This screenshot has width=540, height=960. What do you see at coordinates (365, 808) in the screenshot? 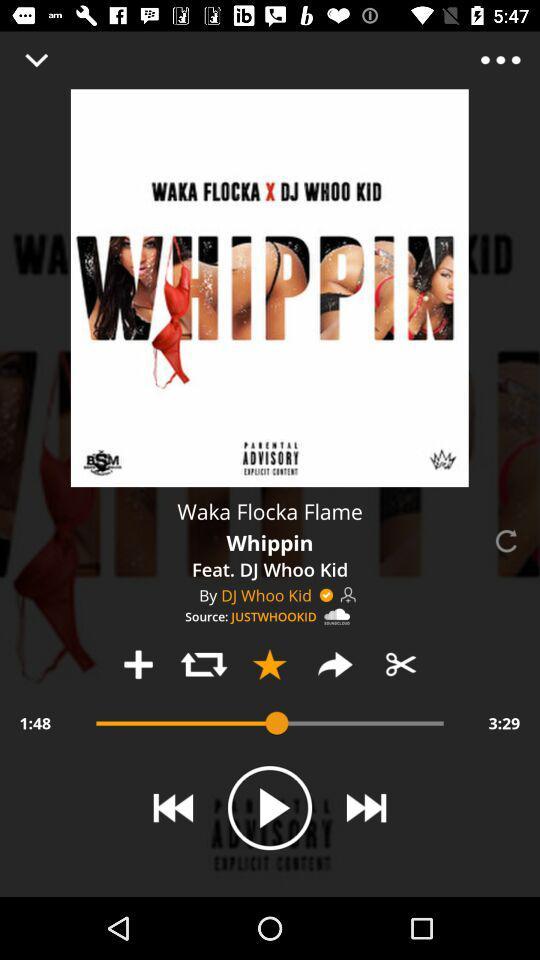
I see `the skip_next icon` at bounding box center [365, 808].